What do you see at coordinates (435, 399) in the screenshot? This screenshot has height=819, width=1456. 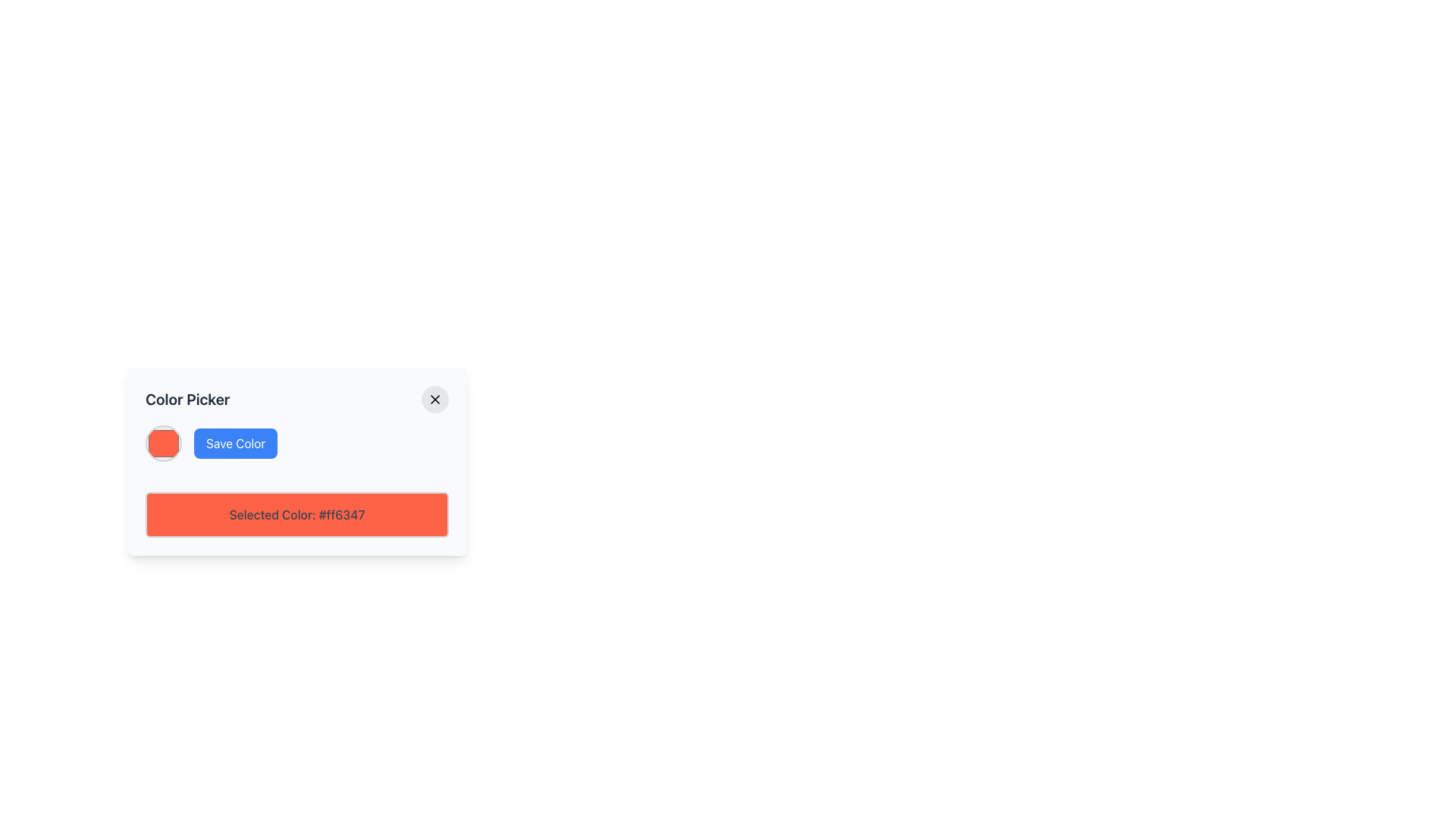 I see `the SVG-based close (X) symbol located at the top-right corner of the color picker interface, which allows users to dismiss the UI` at bounding box center [435, 399].